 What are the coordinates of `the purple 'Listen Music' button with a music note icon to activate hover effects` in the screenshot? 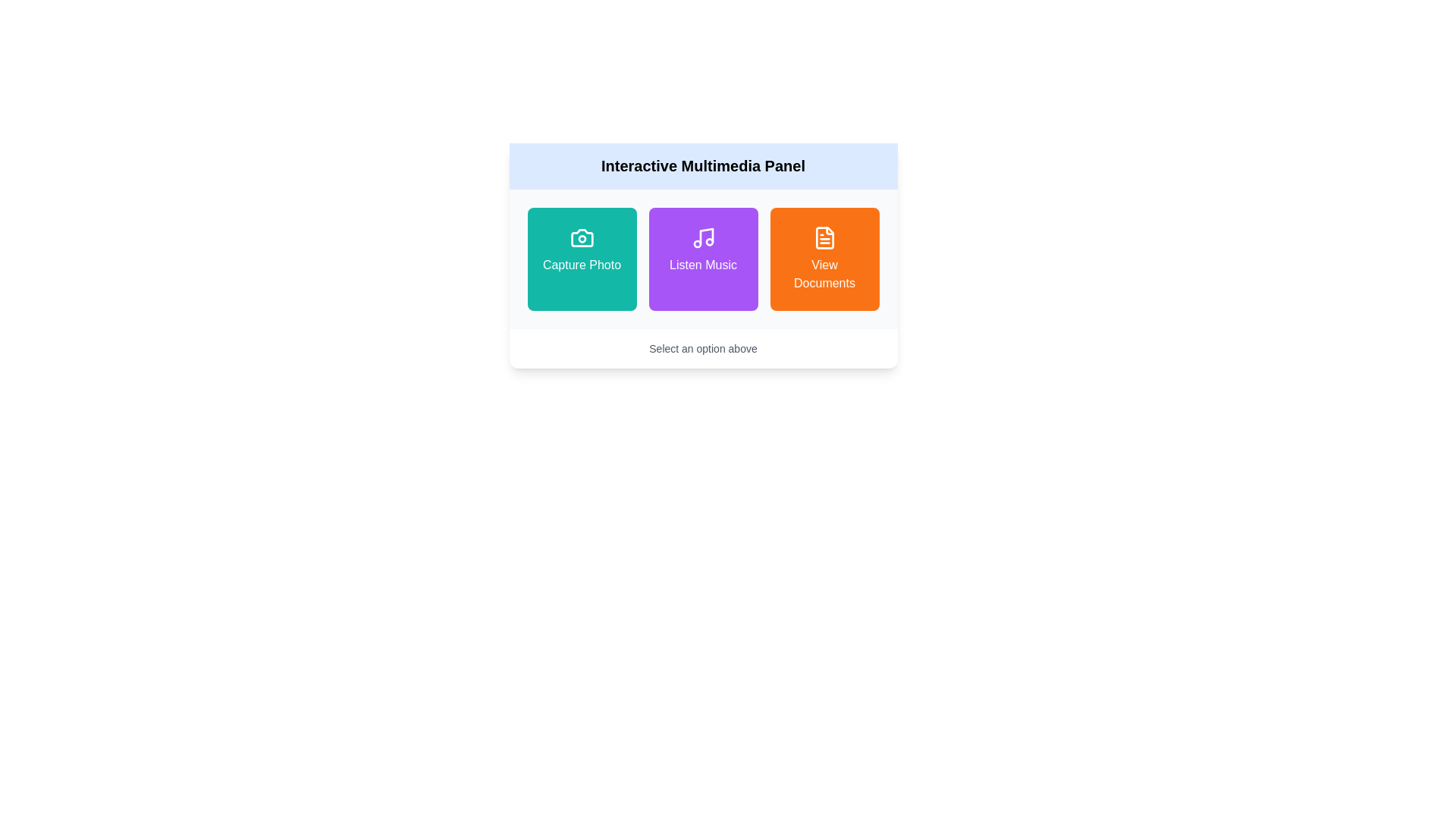 It's located at (702, 259).